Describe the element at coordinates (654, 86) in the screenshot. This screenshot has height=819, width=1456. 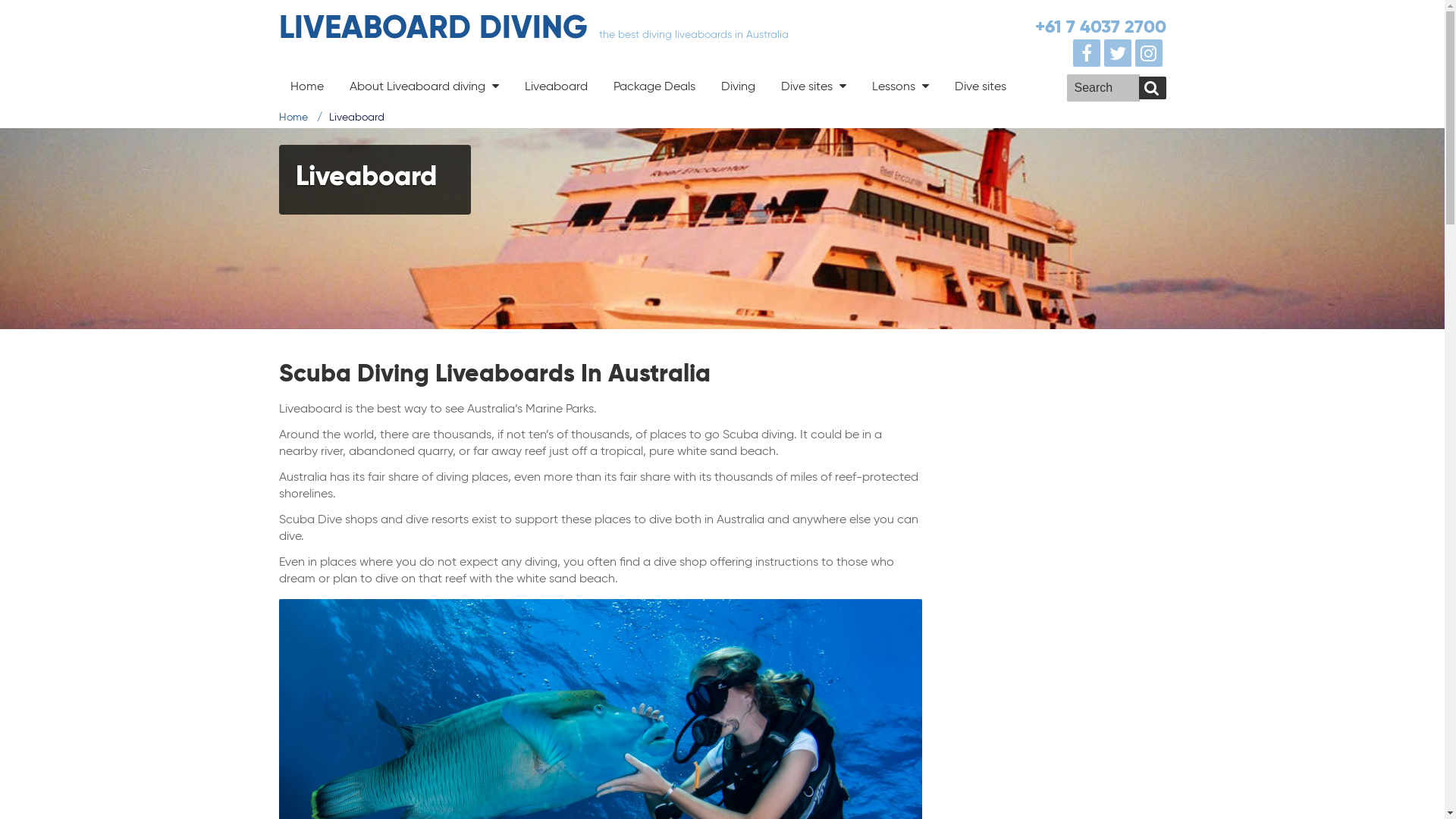
I see `'Package Deals'` at that location.